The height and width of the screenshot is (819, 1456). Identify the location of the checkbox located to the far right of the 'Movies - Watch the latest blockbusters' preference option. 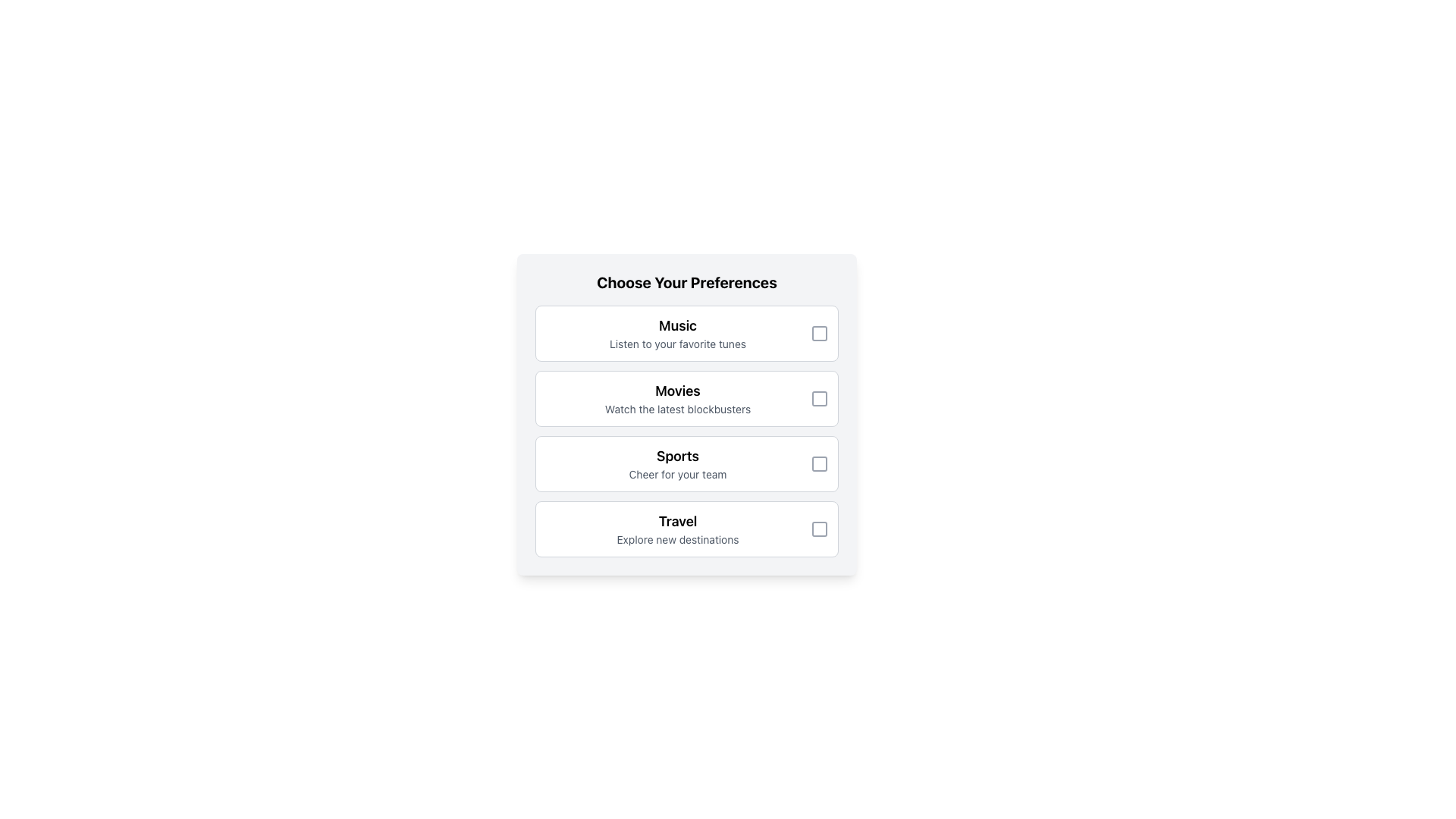
(818, 397).